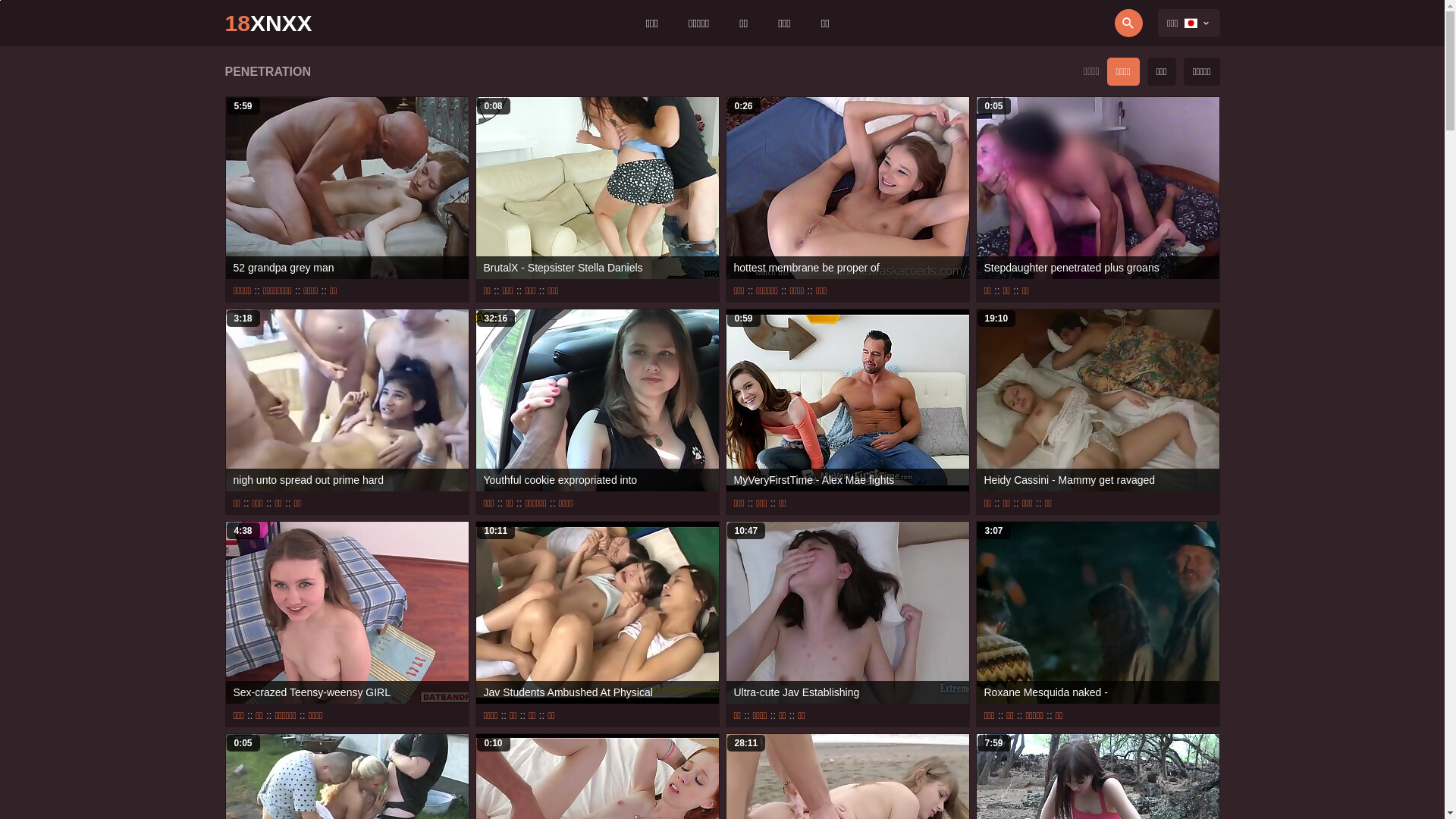 The image size is (1456, 819). Describe the element at coordinates (268, 23) in the screenshot. I see `'18XNXX'` at that location.